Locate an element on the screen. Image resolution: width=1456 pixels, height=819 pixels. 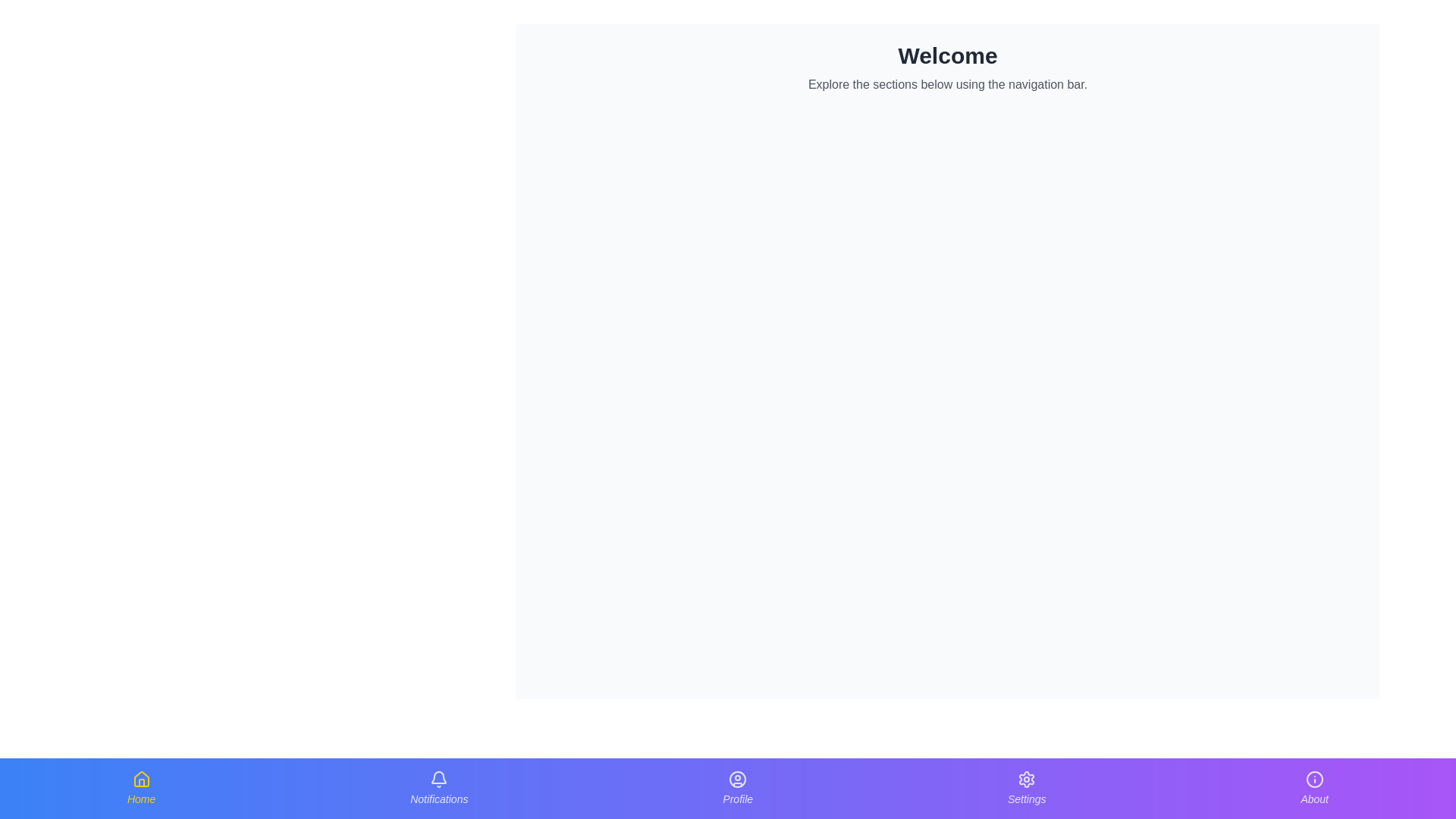
the 'Settings' text label located in the bottom navigation bar is located at coordinates (1027, 798).